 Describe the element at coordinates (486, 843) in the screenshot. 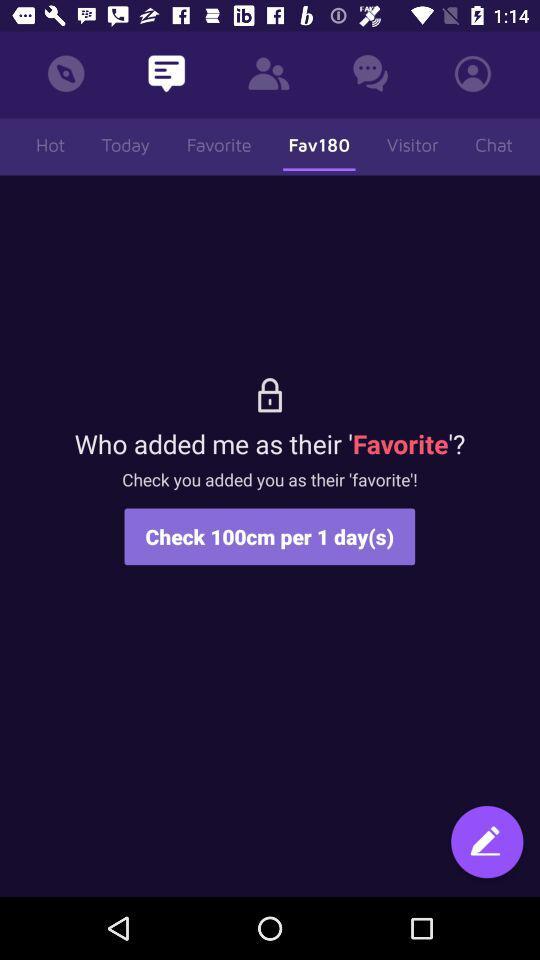

I see `write message` at that location.